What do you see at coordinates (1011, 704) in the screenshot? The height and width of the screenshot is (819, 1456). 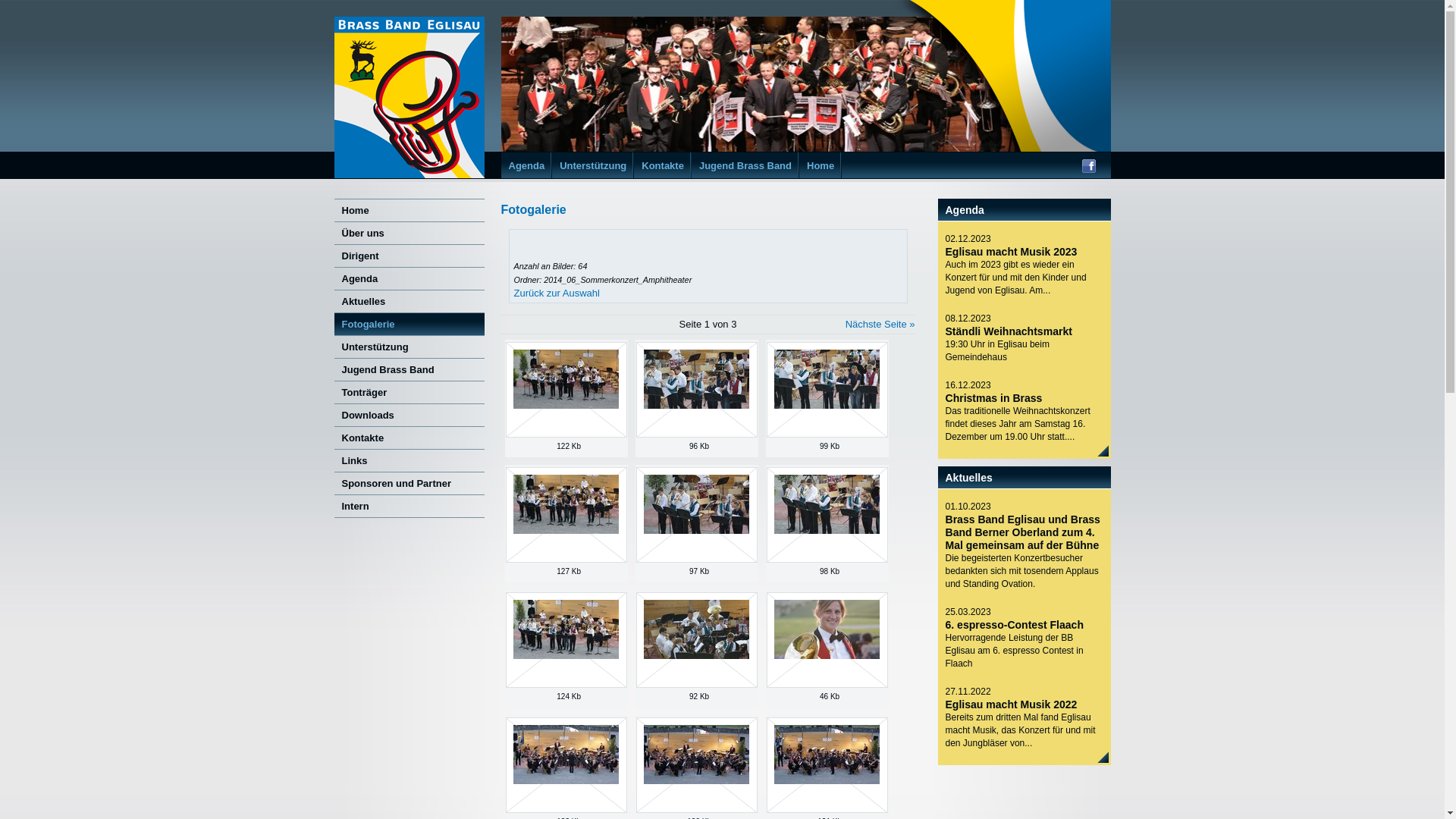 I see `'Eglisau macht Musik 2022'` at bounding box center [1011, 704].